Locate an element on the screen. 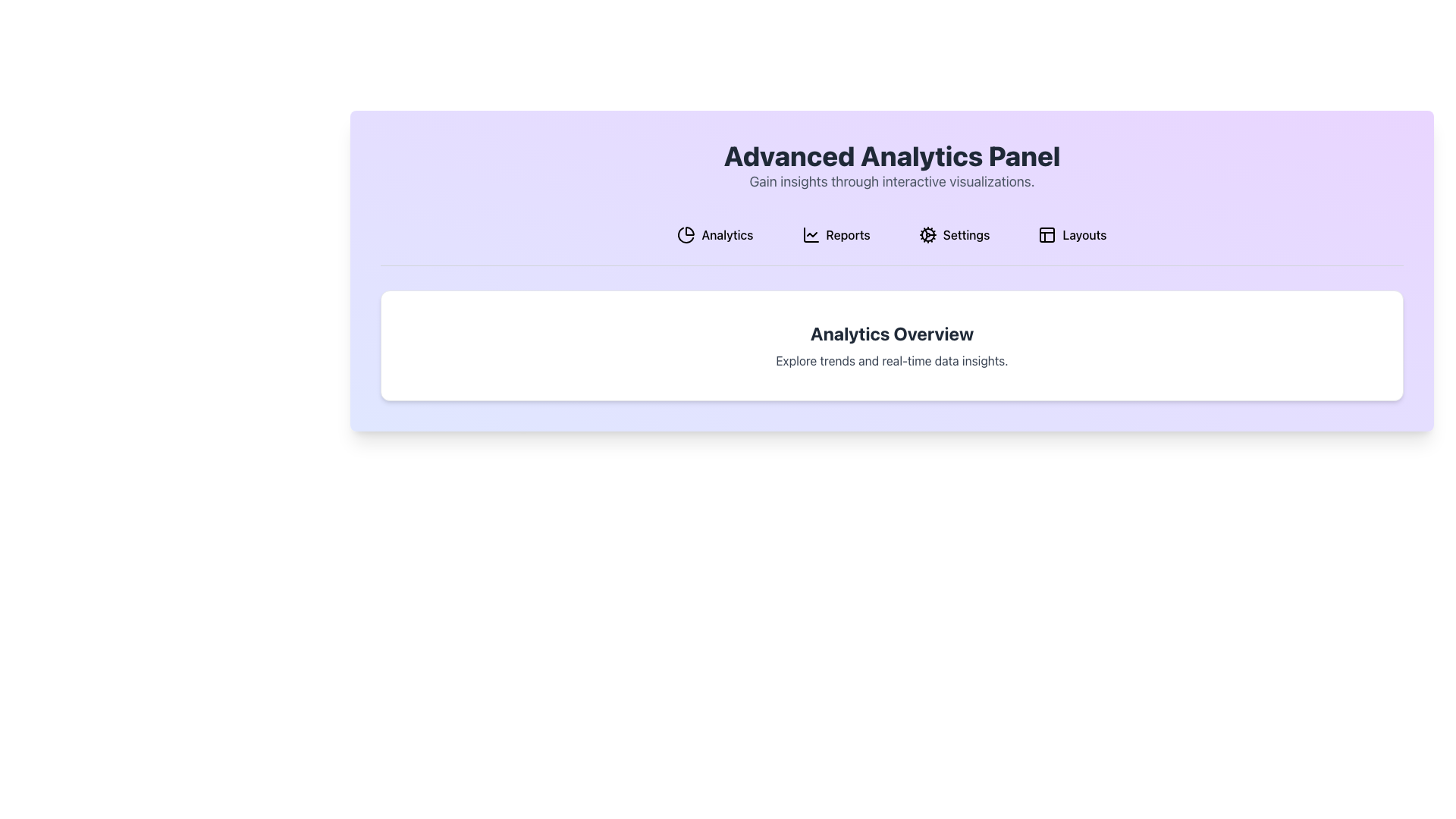 The height and width of the screenshot is (819, 1456). the 'Settings' button is located at coordinates (953, 234).